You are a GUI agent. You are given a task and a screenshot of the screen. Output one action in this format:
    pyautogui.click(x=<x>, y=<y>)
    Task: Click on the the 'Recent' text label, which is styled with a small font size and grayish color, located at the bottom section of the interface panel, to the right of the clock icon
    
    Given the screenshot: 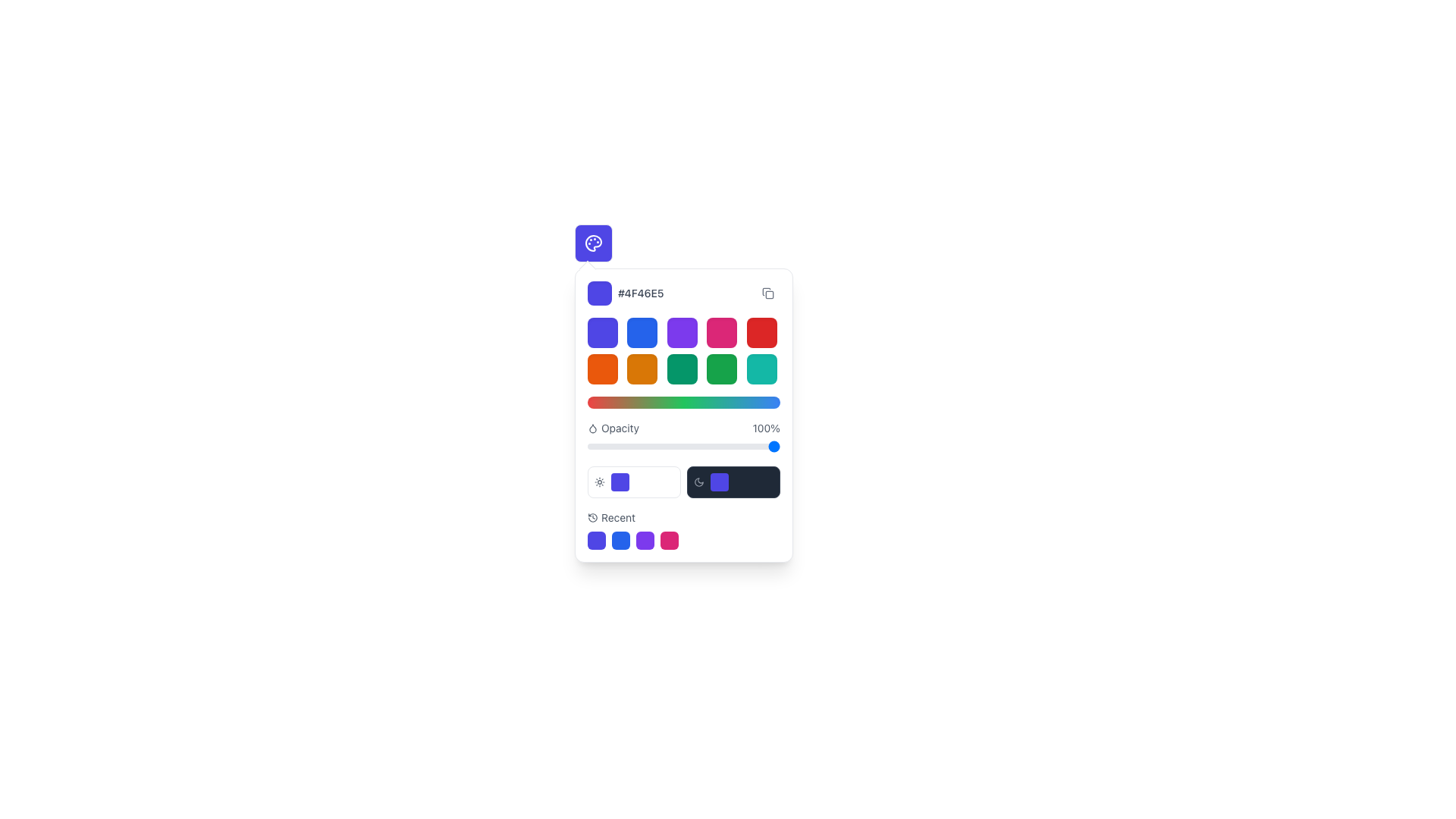 What is the action you would take?
    pyautogui.click(x=618, y=516)
    